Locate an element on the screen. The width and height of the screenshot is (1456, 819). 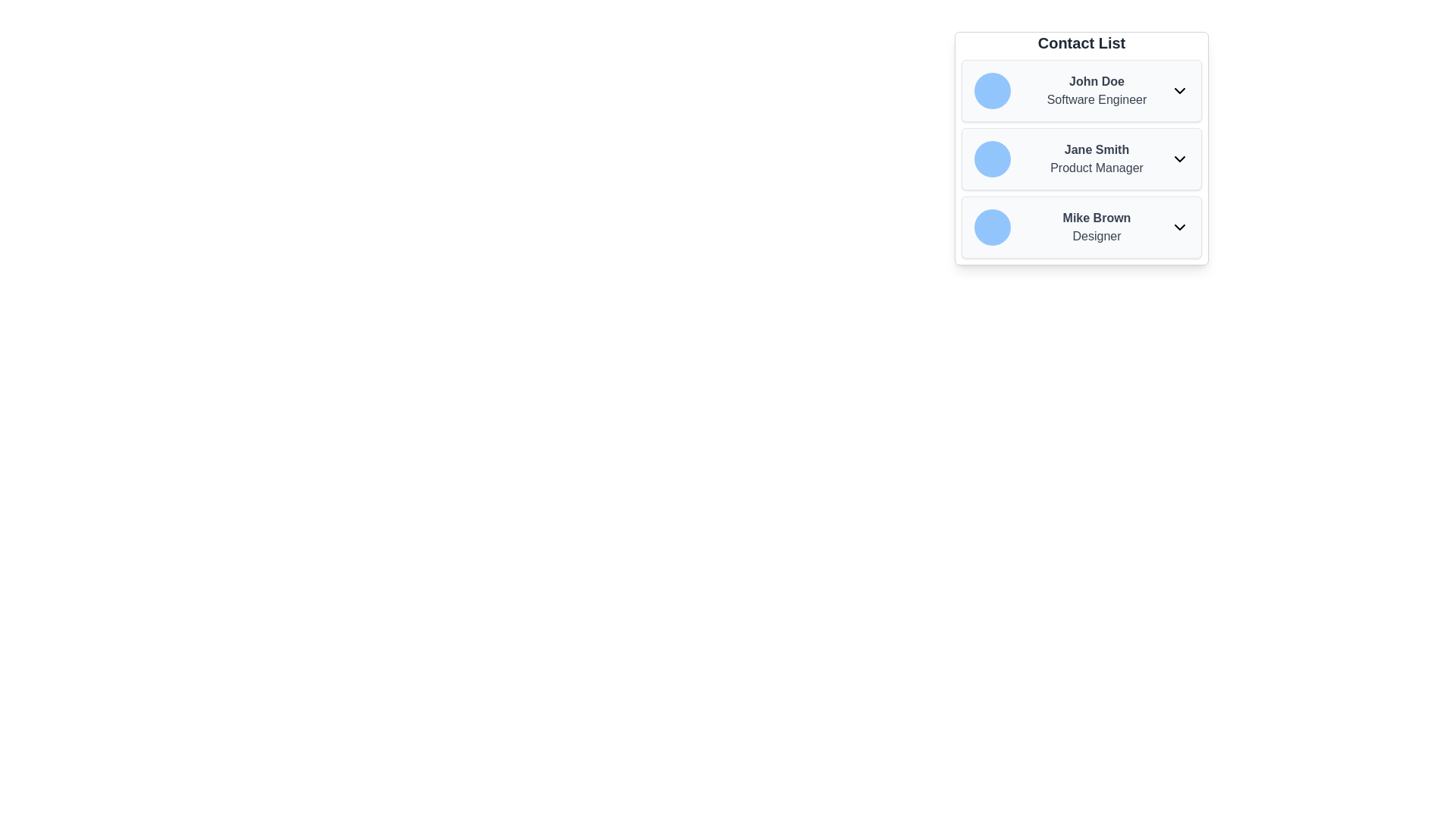
the contact entry for 'Mike Brown', which has a blue circular avatar on the left and a downward-pointing arrow icon on the right is located at coordinates (1081, 227).